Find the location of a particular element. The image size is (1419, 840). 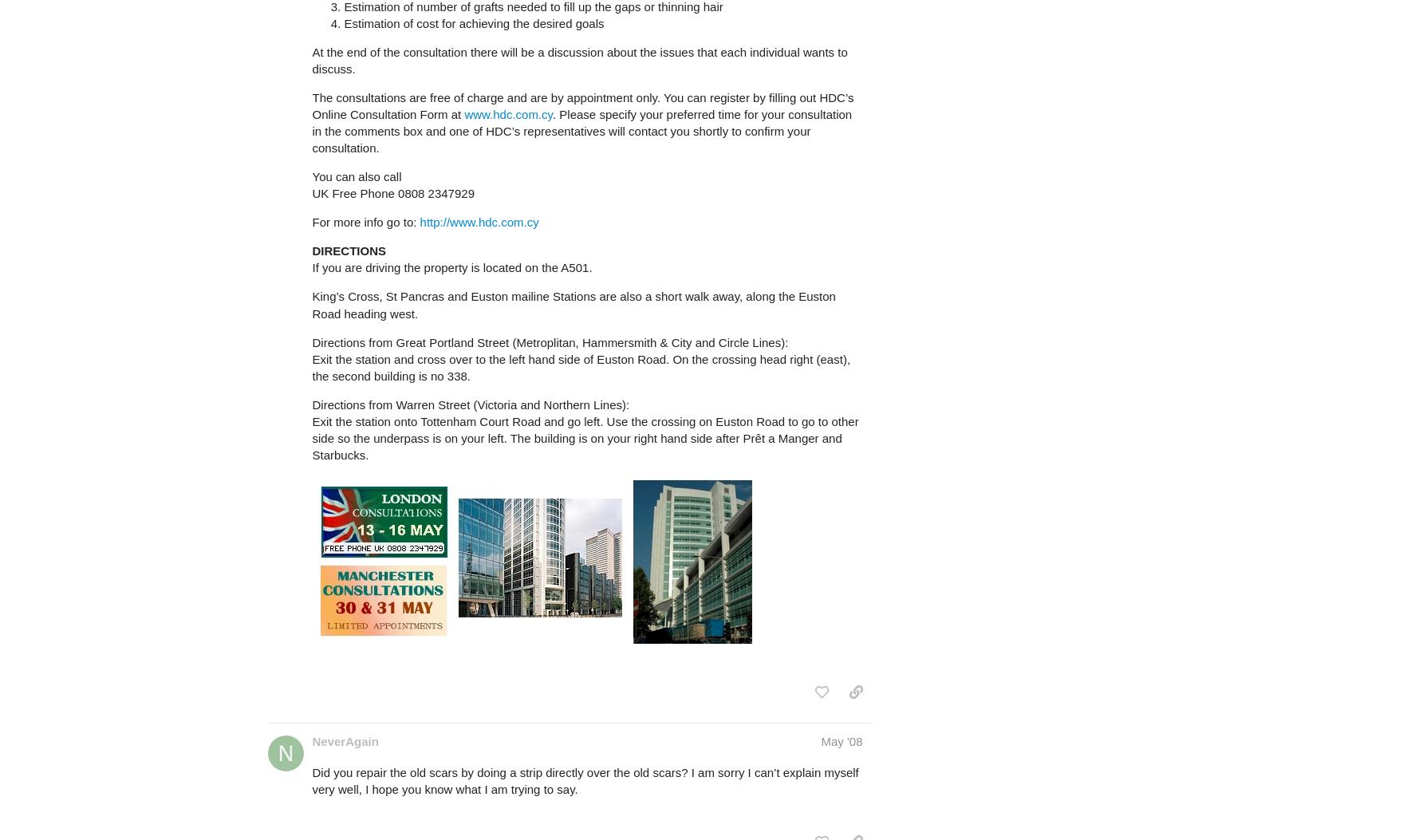

'NeverAgain' is located at coordinates (345, 739).